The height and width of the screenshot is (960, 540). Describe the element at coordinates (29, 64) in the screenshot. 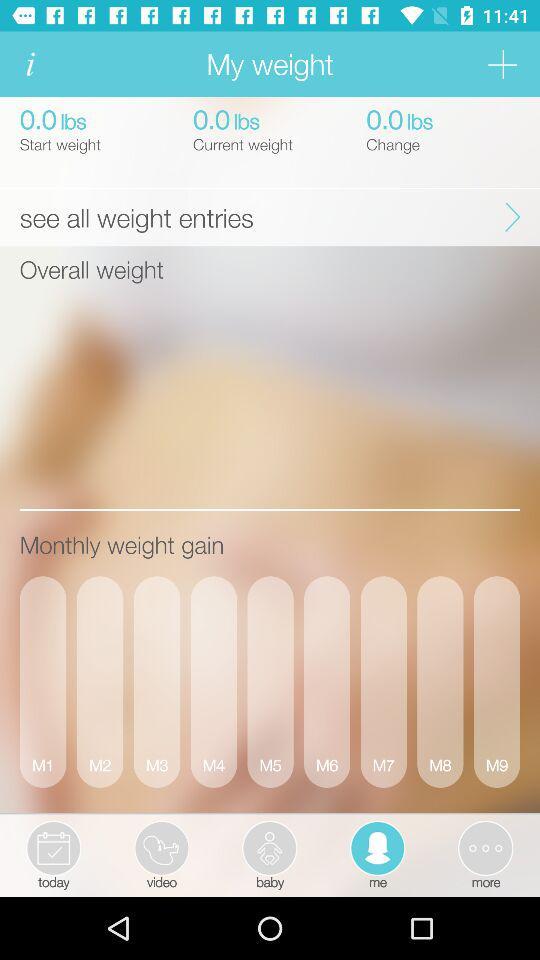

I see `the icon next to my weight icon` at that location.